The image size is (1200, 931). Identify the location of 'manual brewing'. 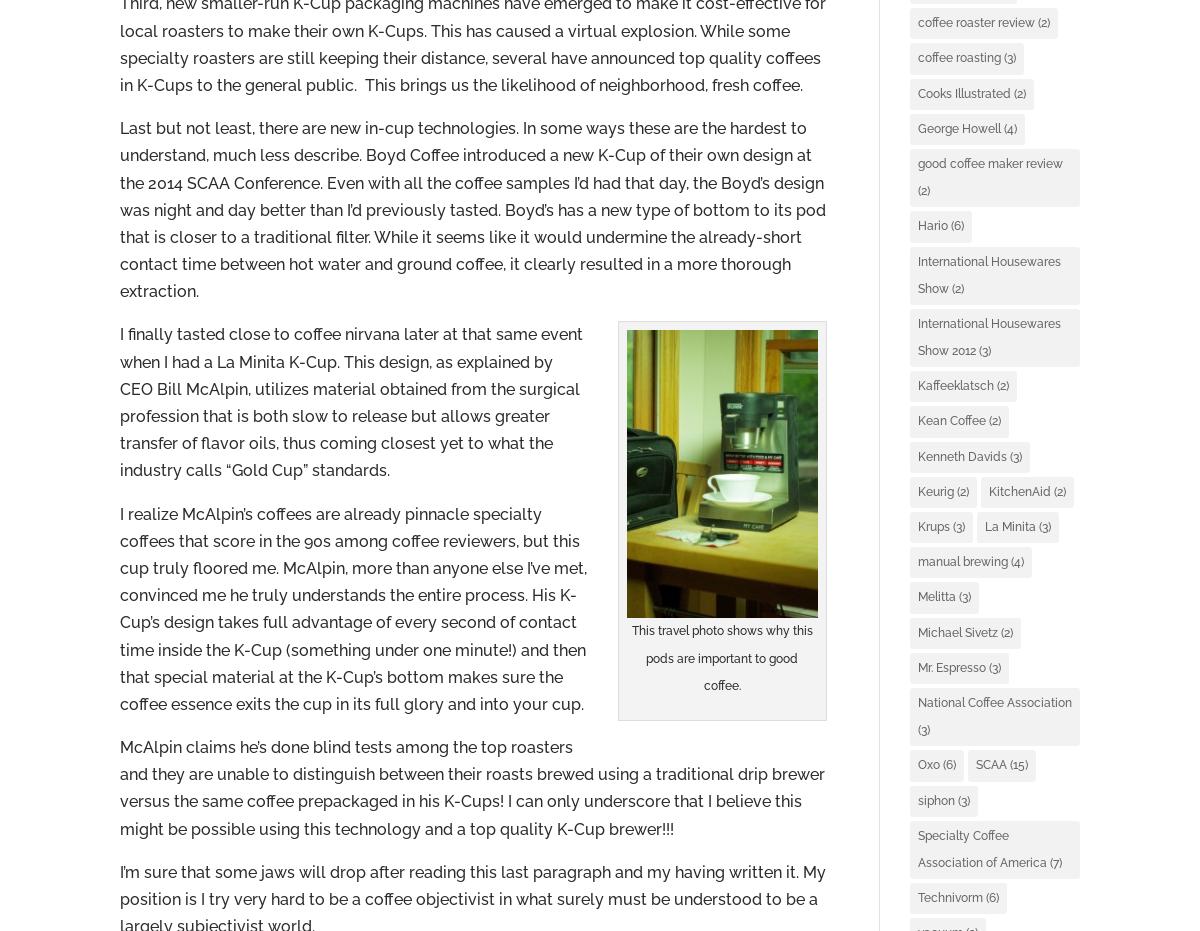
(917, 561).